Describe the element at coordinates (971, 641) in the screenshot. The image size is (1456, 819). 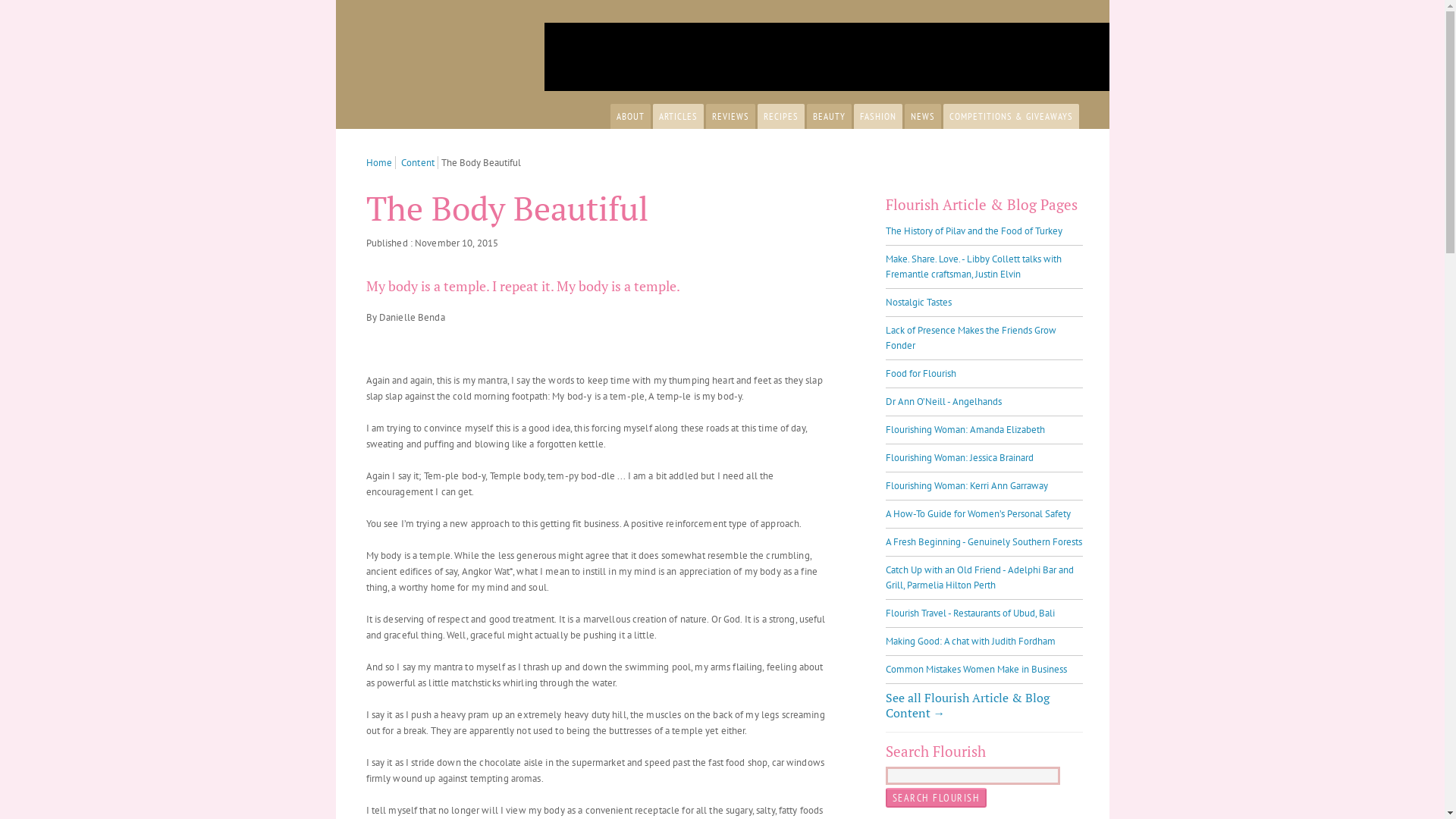
I see `'Making Good: A chat with Judith Fordham'` at that location.